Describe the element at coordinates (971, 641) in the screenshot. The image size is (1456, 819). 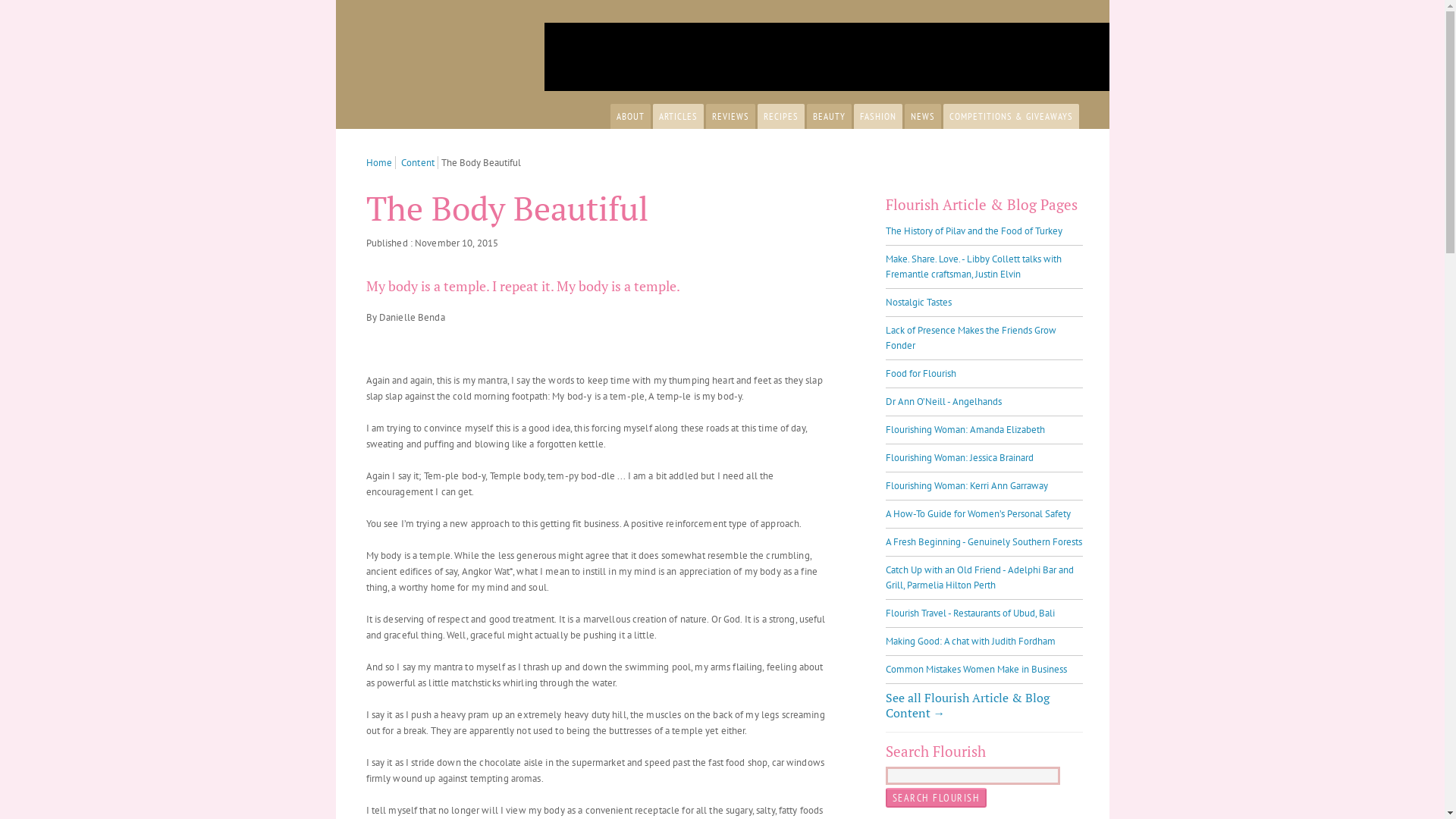
I see `'Making Good: A chat with Judith Fordham'` at that location.